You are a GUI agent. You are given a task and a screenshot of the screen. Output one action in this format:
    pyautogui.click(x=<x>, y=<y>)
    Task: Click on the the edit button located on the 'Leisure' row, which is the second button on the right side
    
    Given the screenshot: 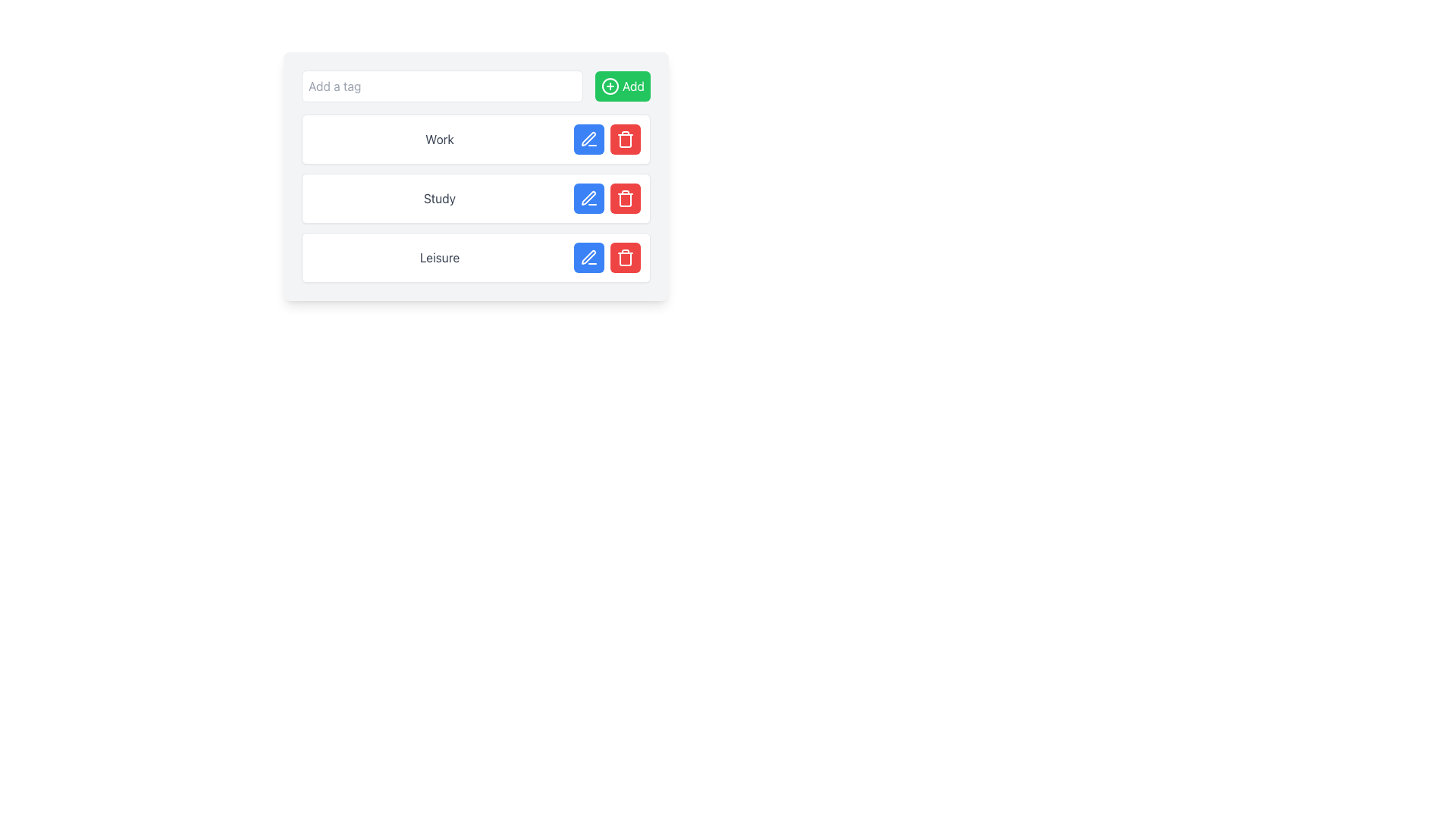 What is the action you would take?
    pyautogui.click(x=588, y=256)
    